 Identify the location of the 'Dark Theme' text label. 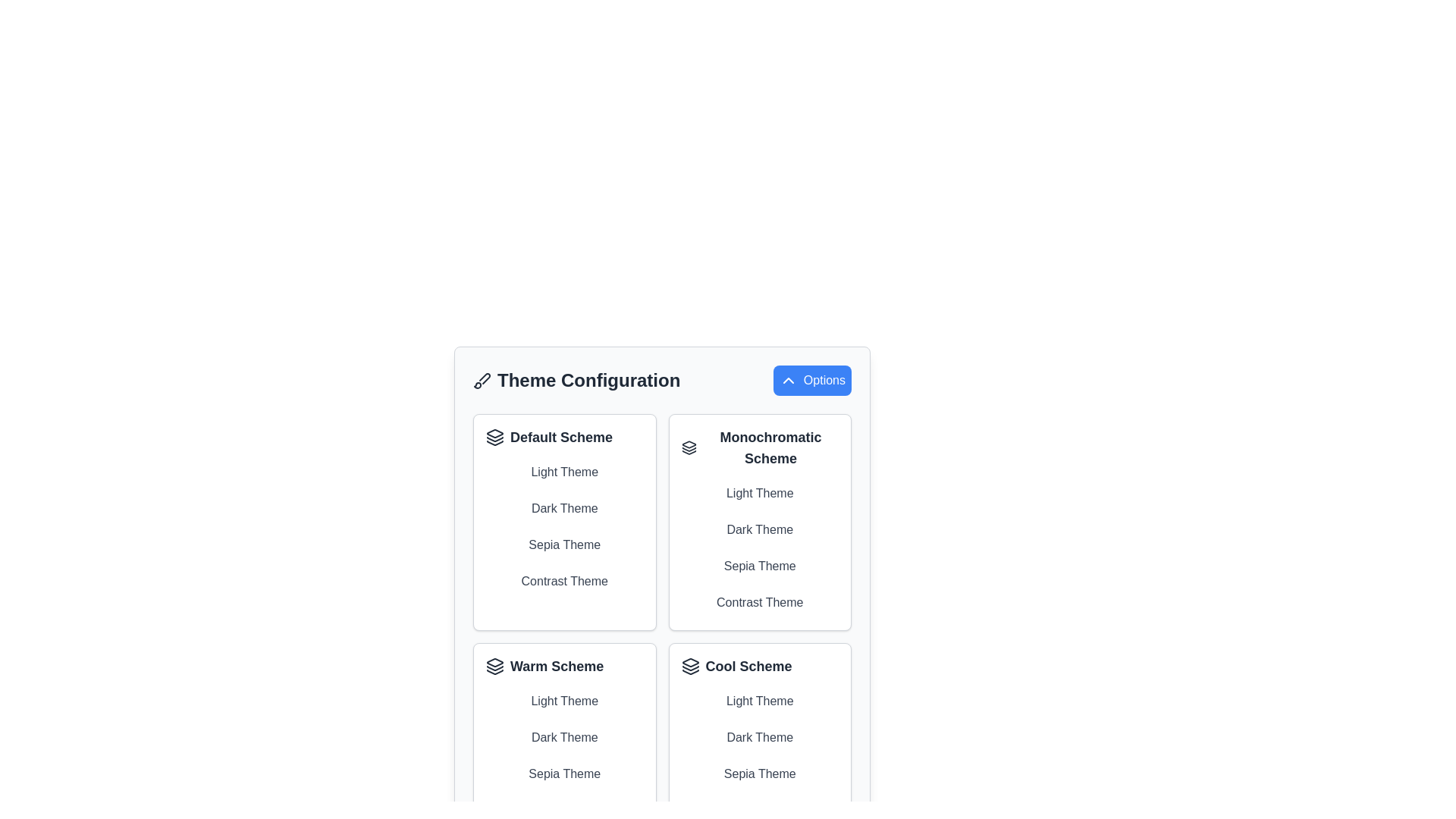
(563, 736).